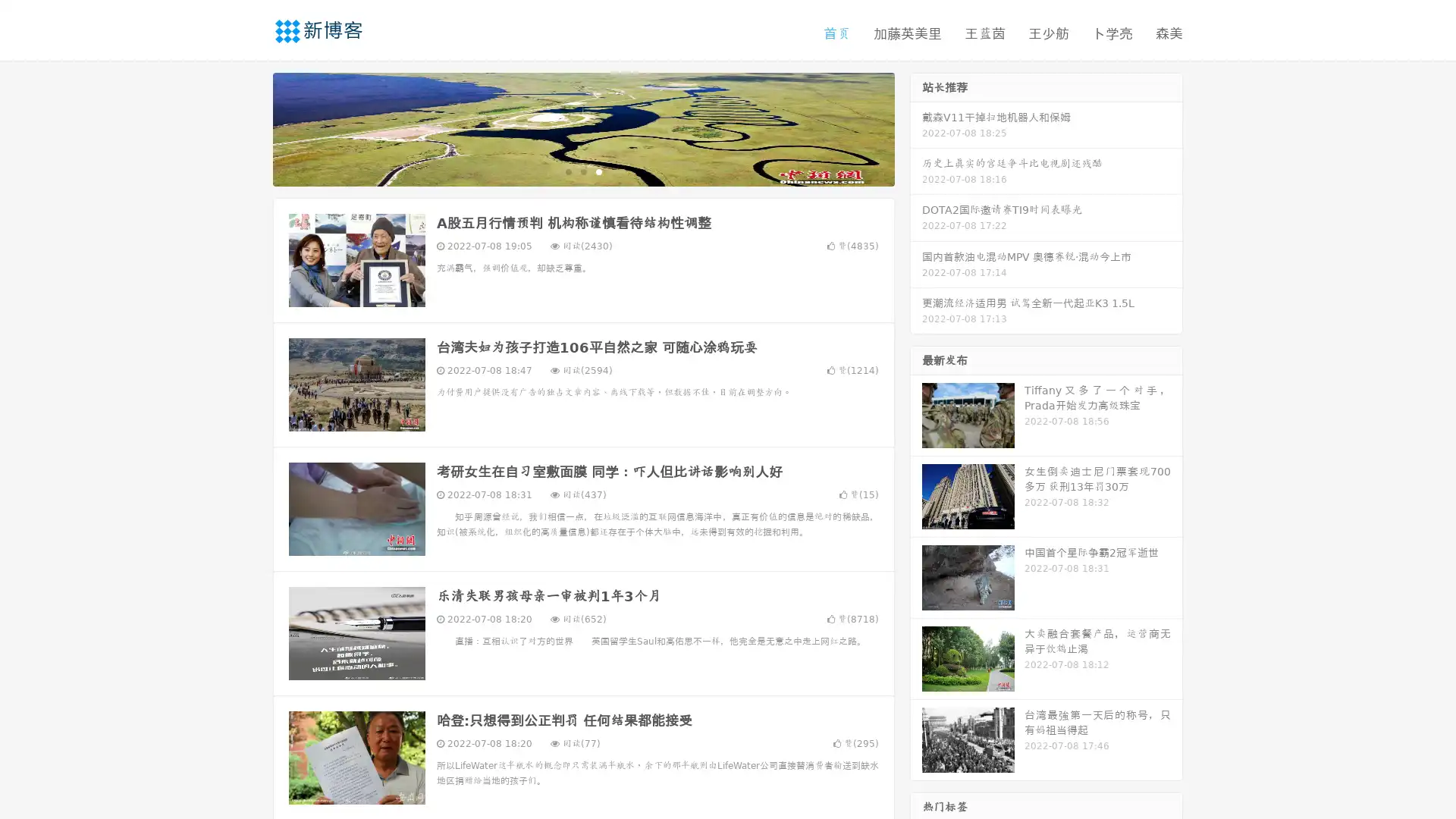  I want to click on Previous slide, so click(250, 127).